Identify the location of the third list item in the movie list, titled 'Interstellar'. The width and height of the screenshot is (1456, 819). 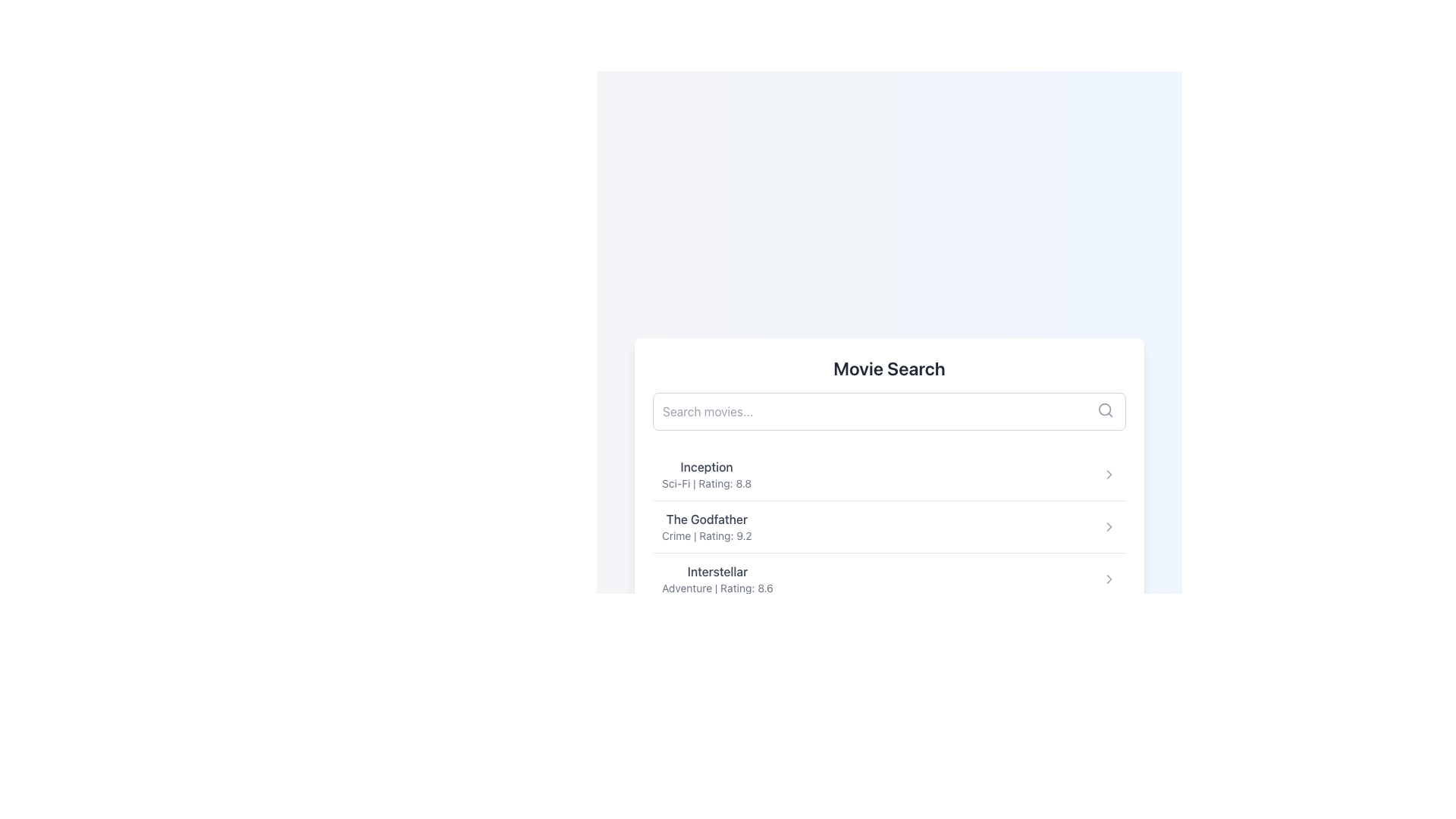
(889, 579).